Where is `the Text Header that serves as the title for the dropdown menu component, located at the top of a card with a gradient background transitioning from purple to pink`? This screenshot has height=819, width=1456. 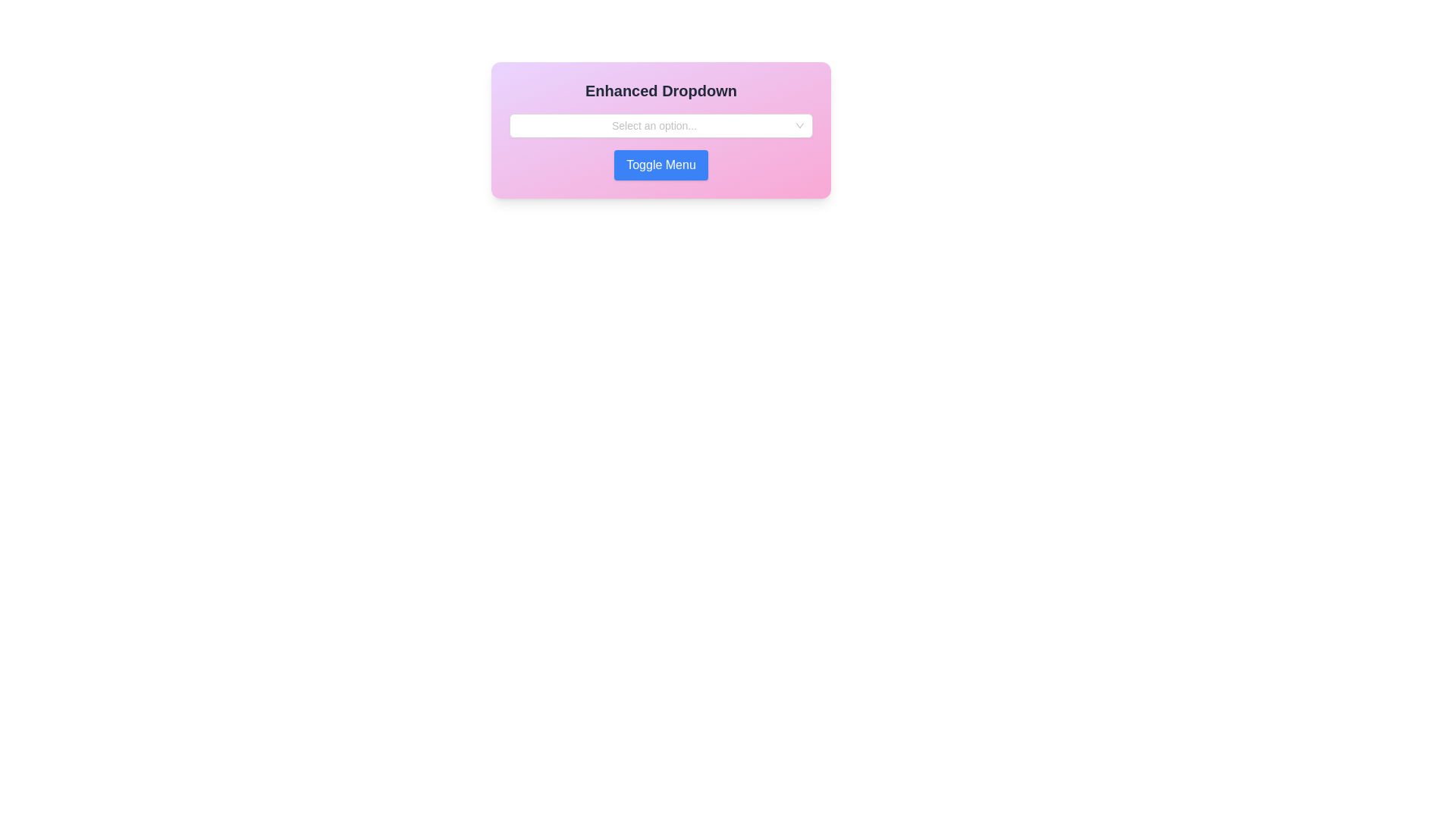 the Text Header that serves as the title for the dropdown menu component, located at the top of a card with a gradient background transitioning from purple to pink is located at coordinates (661, 90).